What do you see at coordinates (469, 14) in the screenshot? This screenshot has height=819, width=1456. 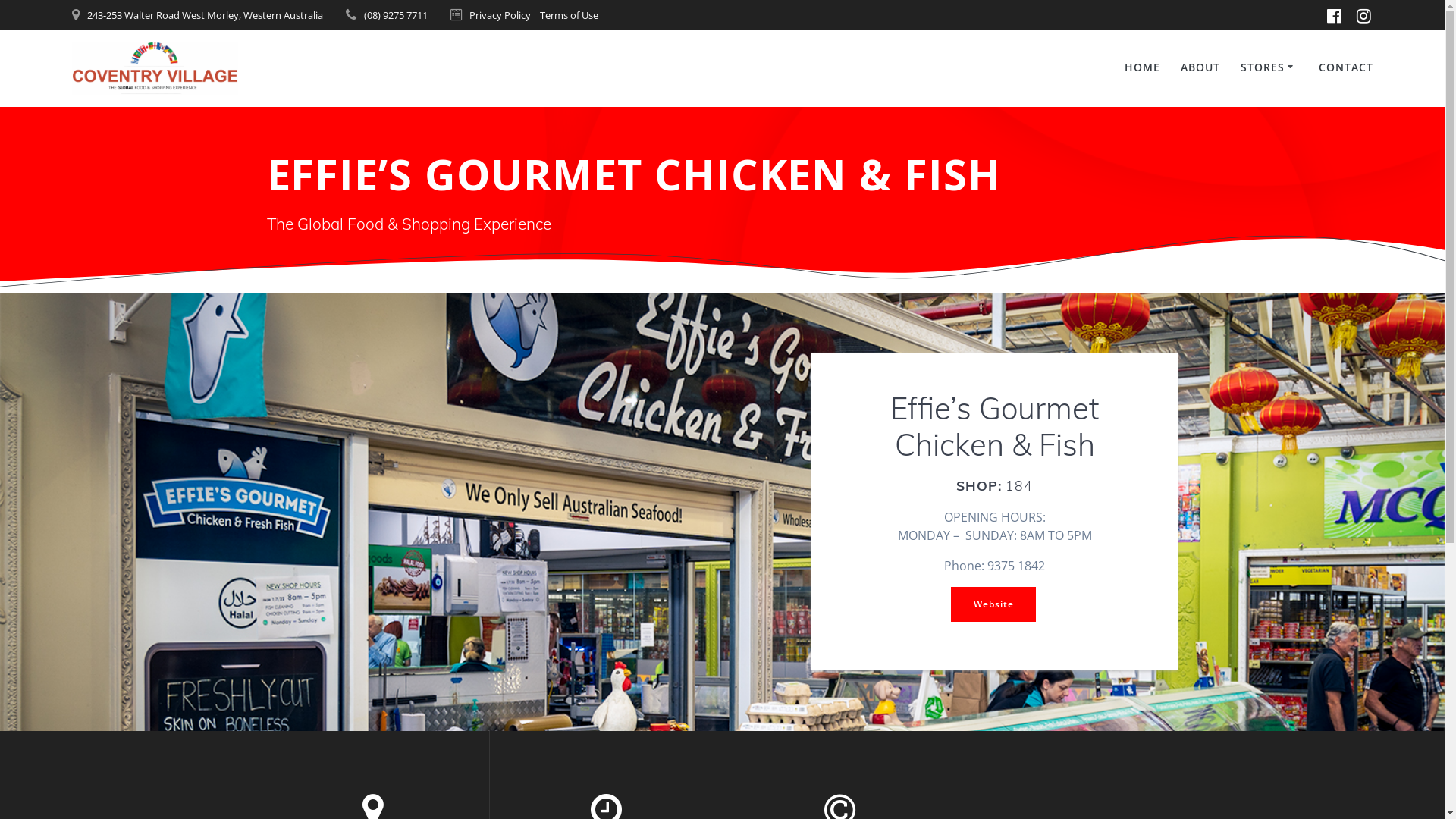 I see `'Privacy Policy'` at bounding box center [469, 14].